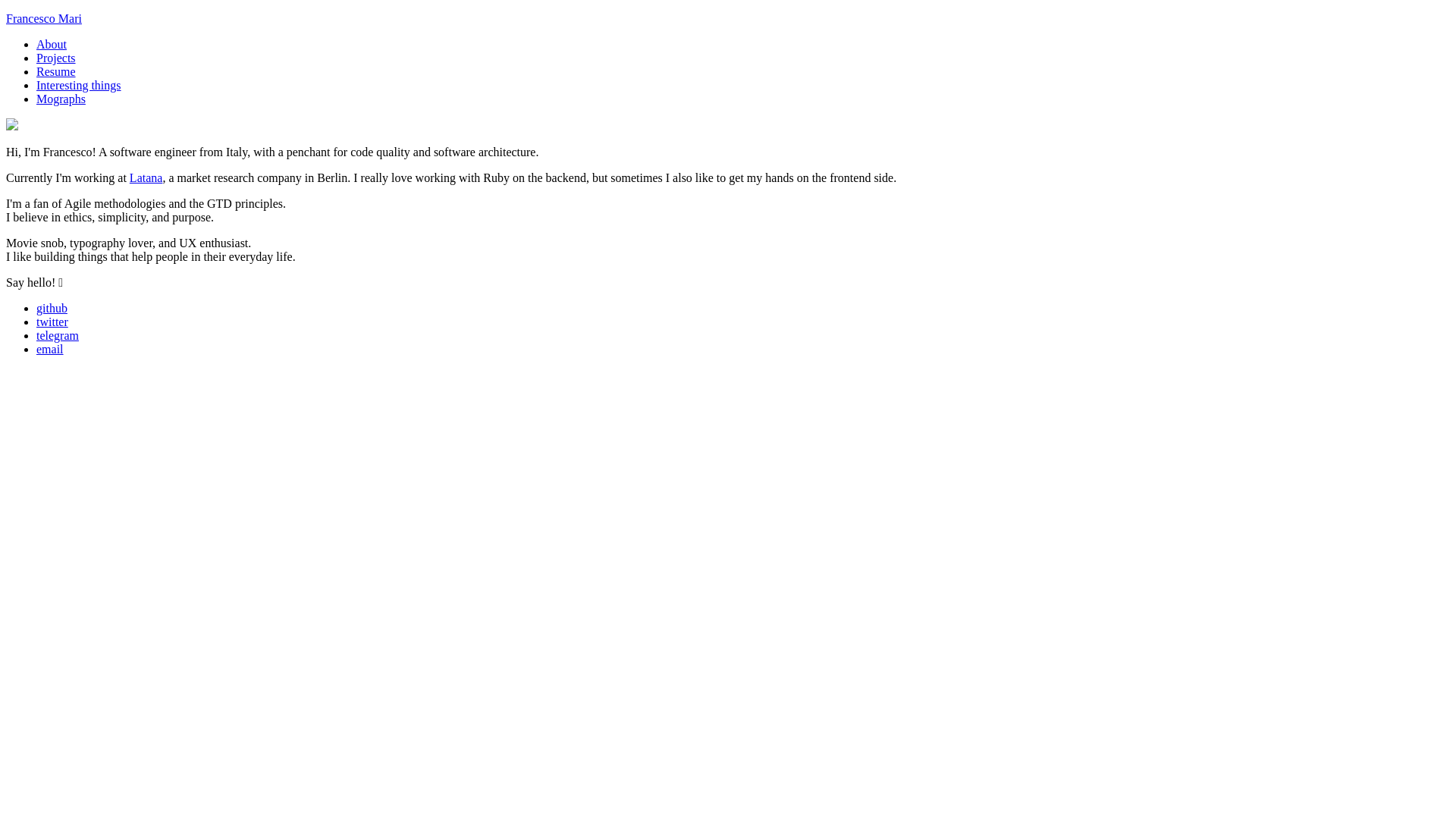 Image resolution: width=1456 pixels, height=819 pixels. What do you see at coordinates (43, 18) in the screenshot?
I see `'Francesco Mari'` at bounding box center [43, 18].